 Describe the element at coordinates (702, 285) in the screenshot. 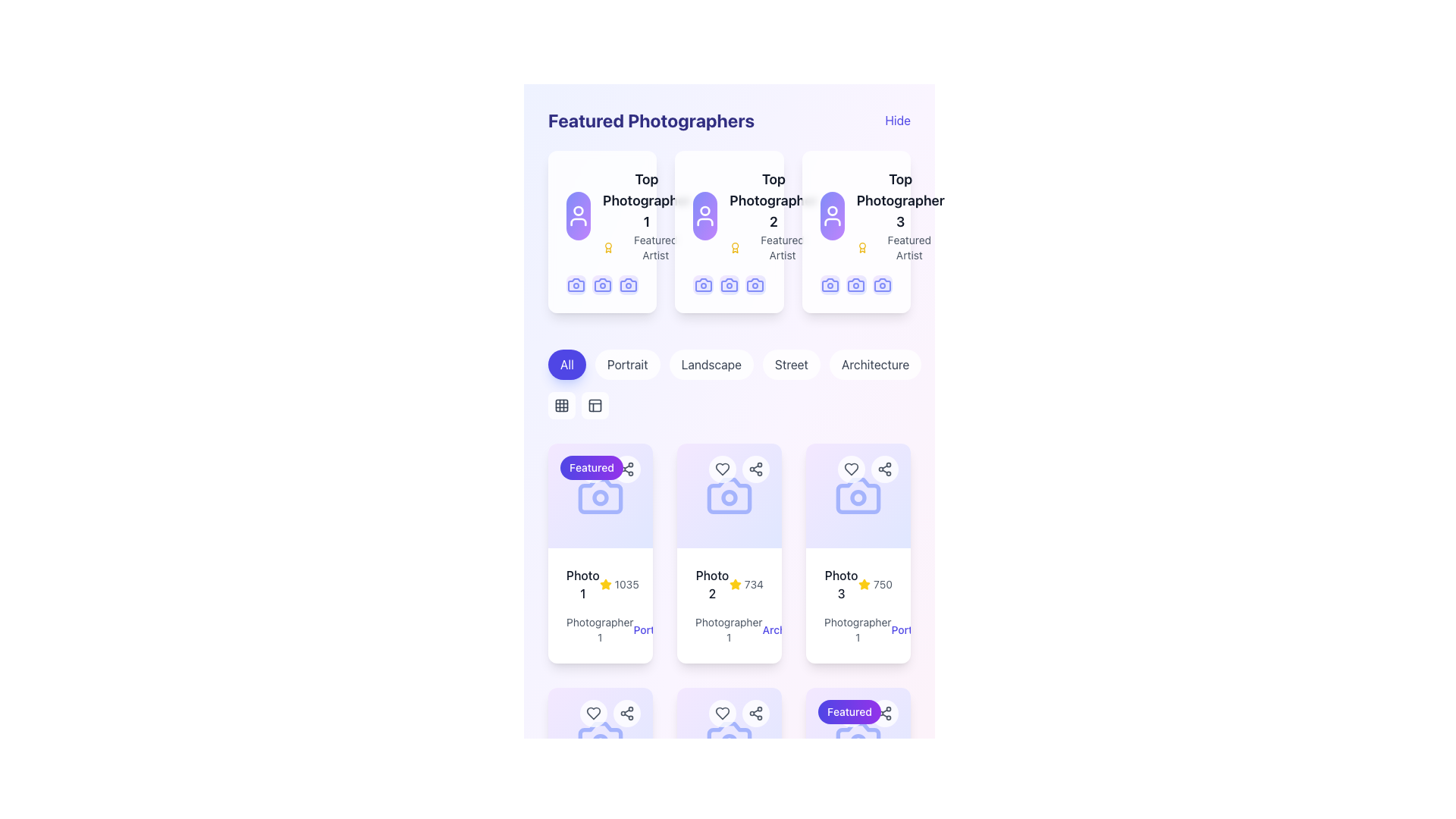

I see `the top portion of the camera icon located beneath the 'Top Photographer 2' card in the 'Featured Photographers' section to interact with the icon` at that location.